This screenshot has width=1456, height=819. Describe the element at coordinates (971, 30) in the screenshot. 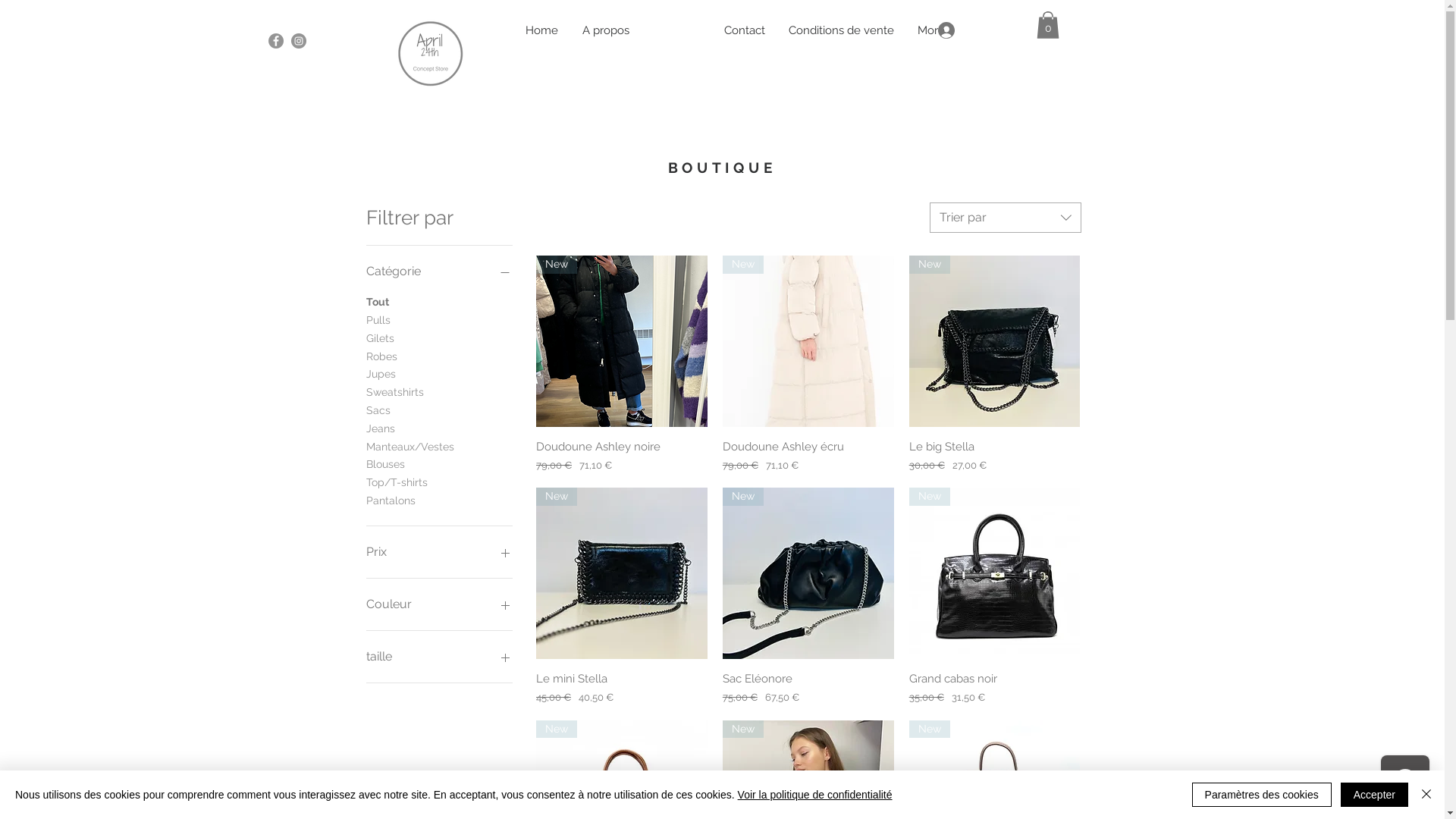

I see `'Se connecter'` at that location.